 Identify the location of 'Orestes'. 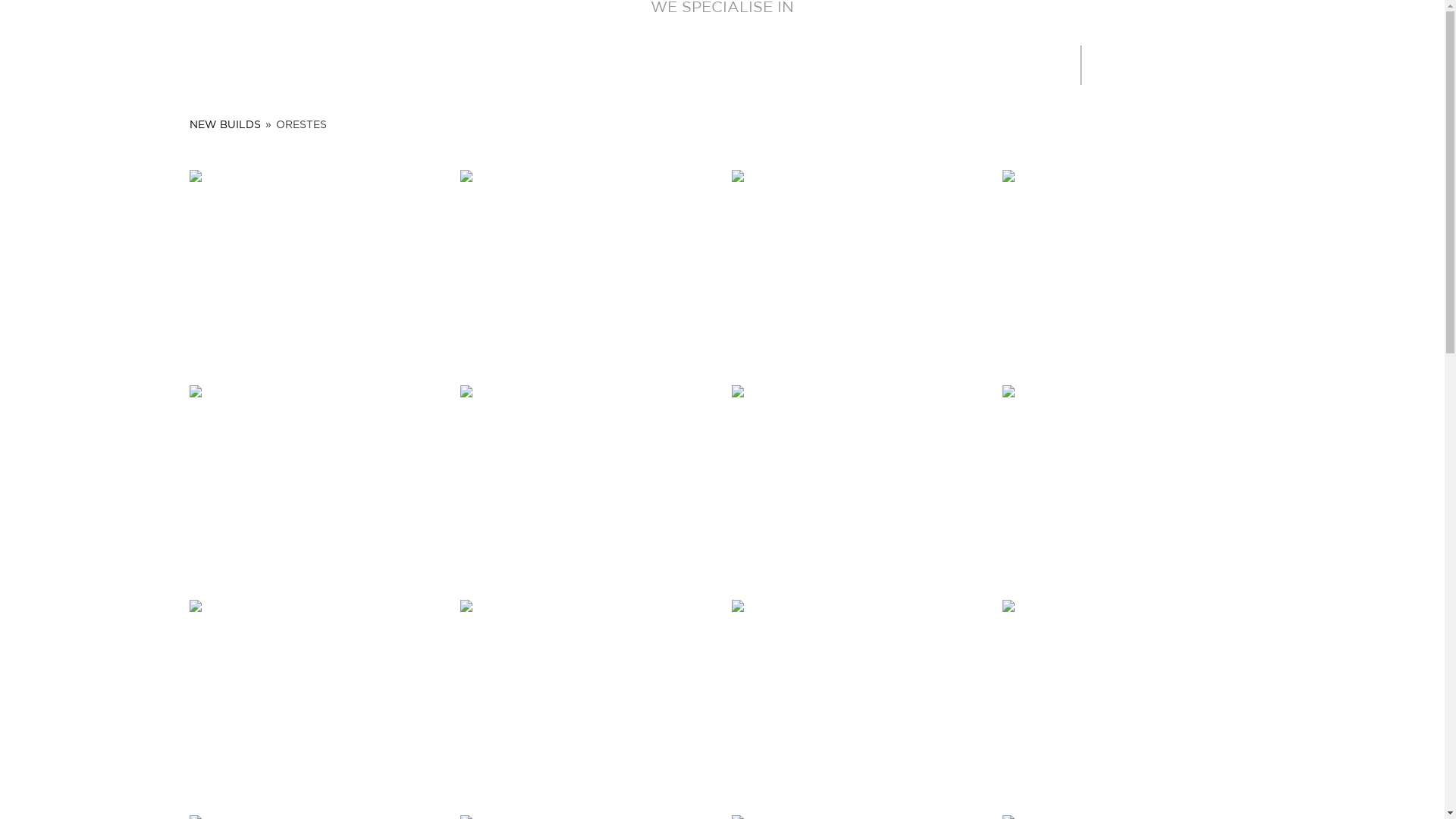
(315, 698).